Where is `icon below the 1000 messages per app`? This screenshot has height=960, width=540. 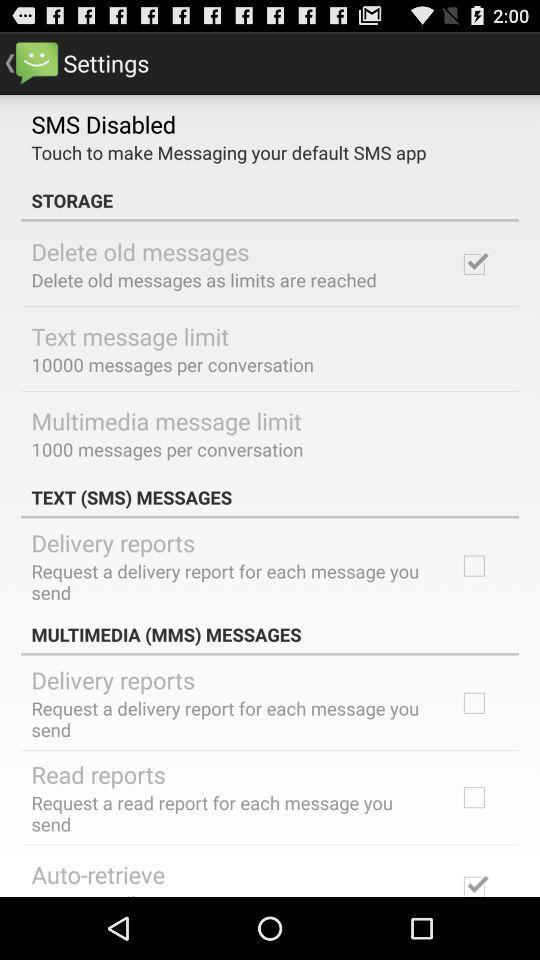 icon below the 1000 messages per app is located at coordinates (270, 496).